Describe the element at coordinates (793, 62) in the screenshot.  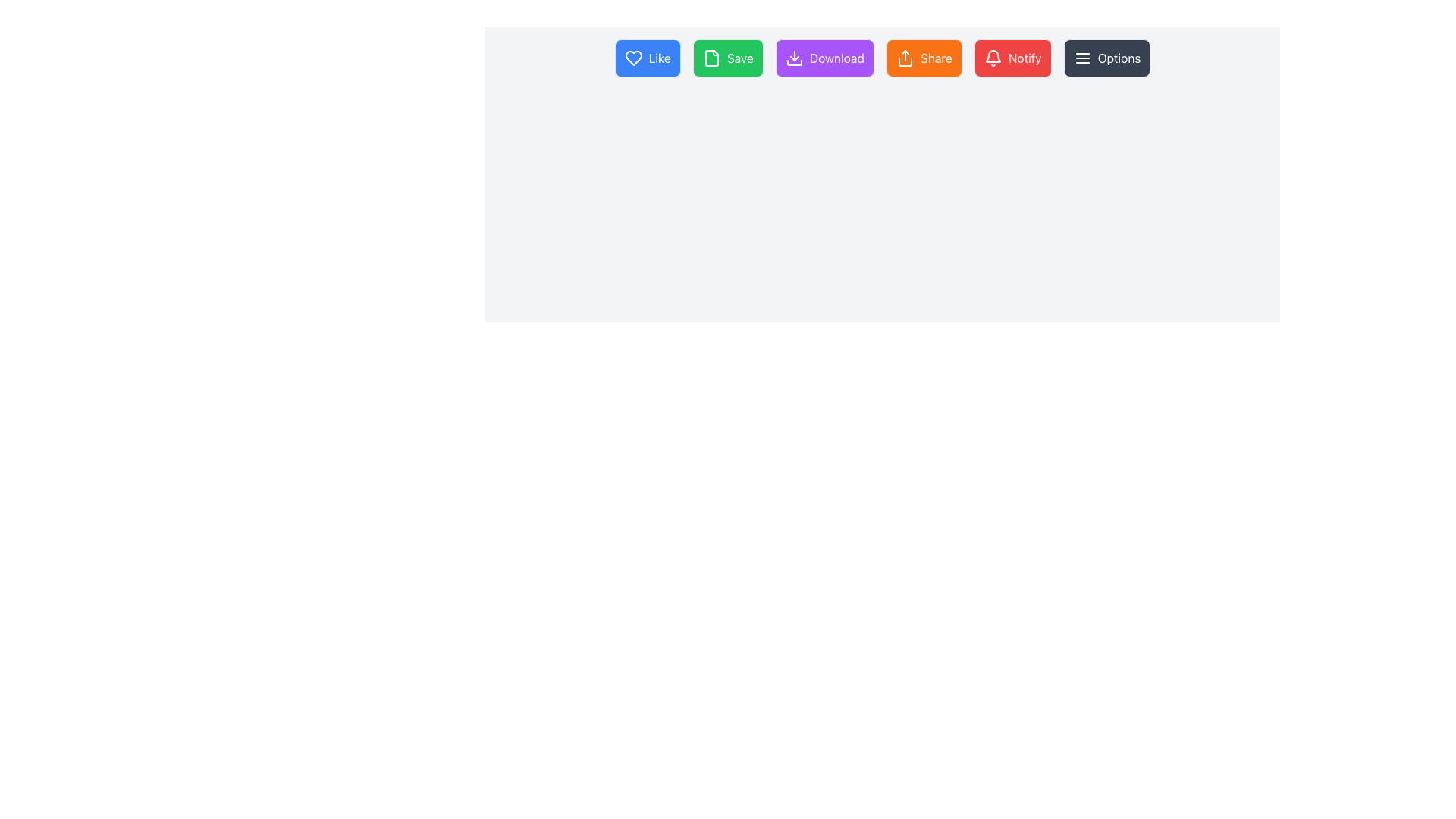
I see `the purple 'Download' icon button featuring a downward arrow` at that location.